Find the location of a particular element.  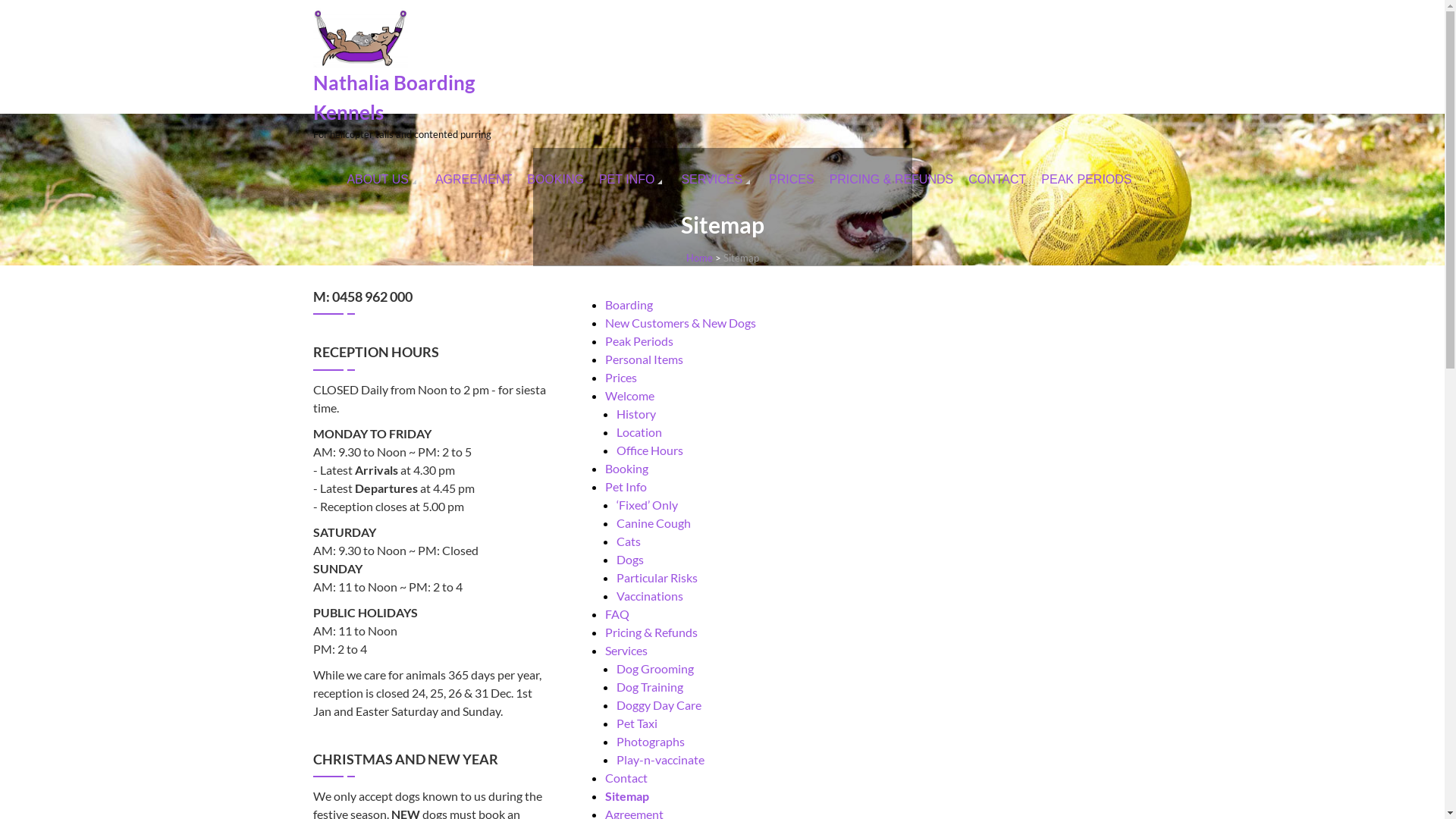

'Particular Risks' is located at coordinates (657, 577).